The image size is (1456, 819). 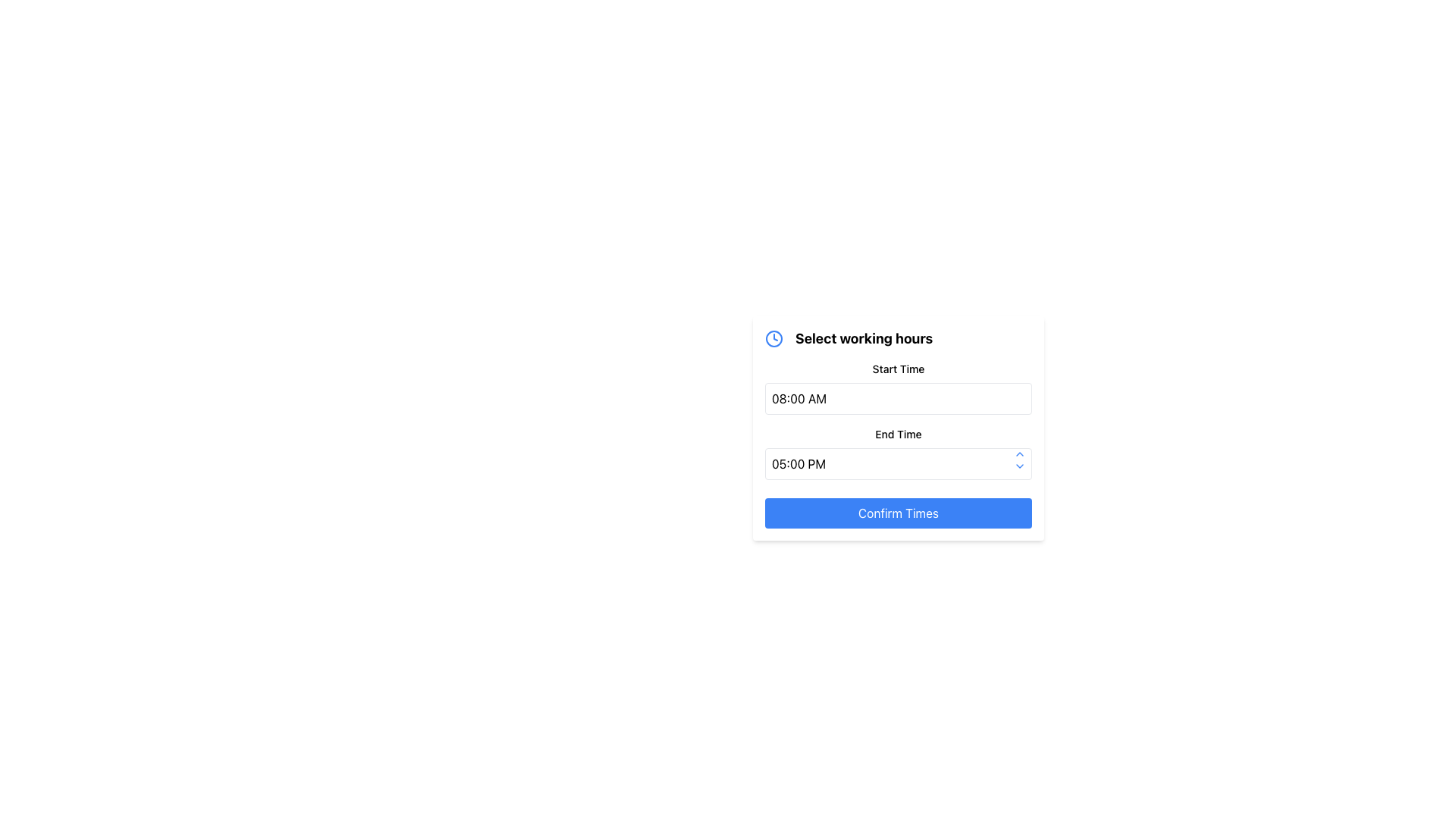 I want to click on the blue chevron-up icon located at the top-right corner of the interface, so click(x=1019, y=453).